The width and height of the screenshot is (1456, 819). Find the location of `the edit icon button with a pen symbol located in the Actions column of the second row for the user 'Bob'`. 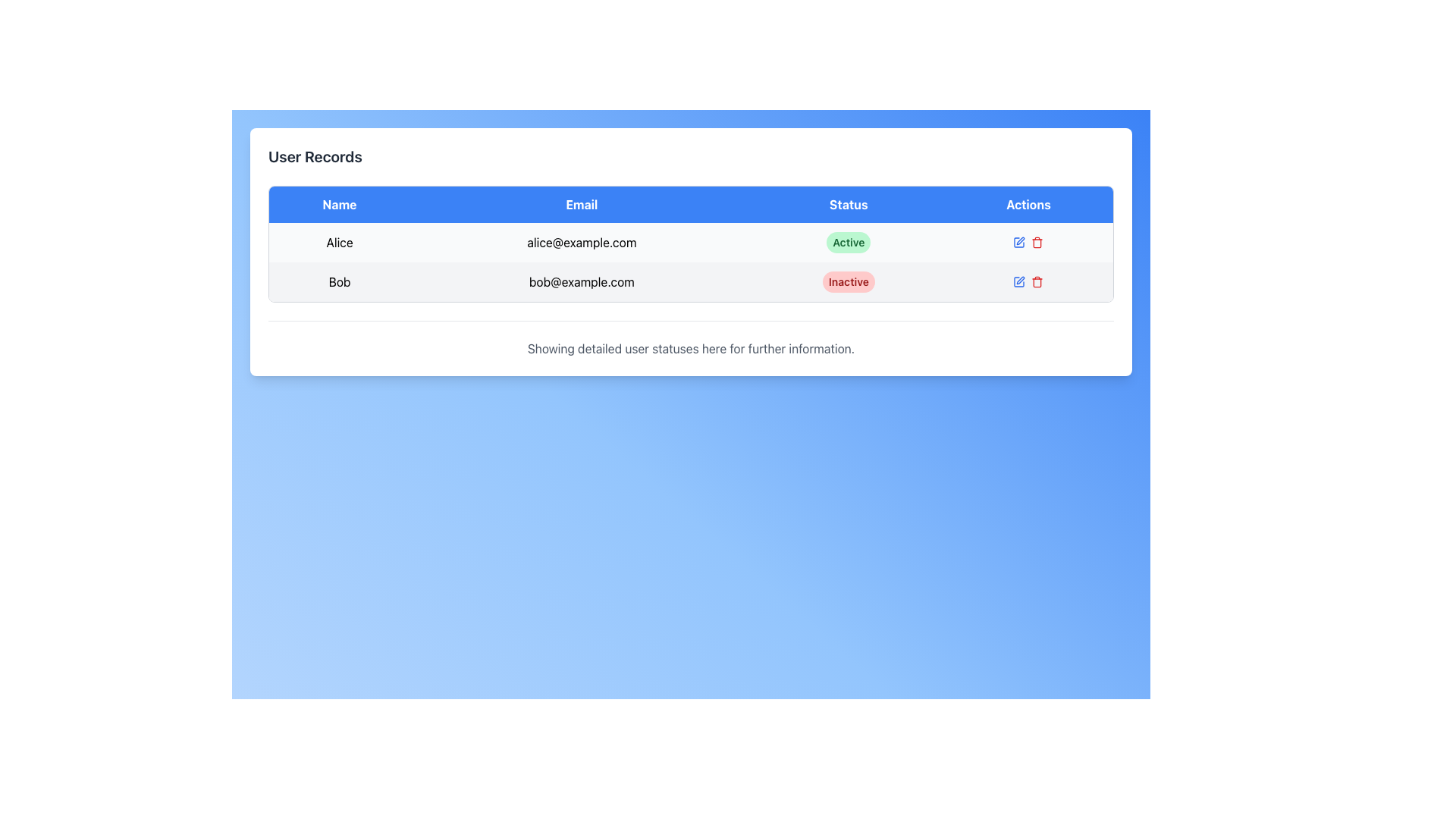

the edit icon button with a pen symbol located in the Actions column of the second row for the user 'Bob' is located at coordinates (1019, 281).